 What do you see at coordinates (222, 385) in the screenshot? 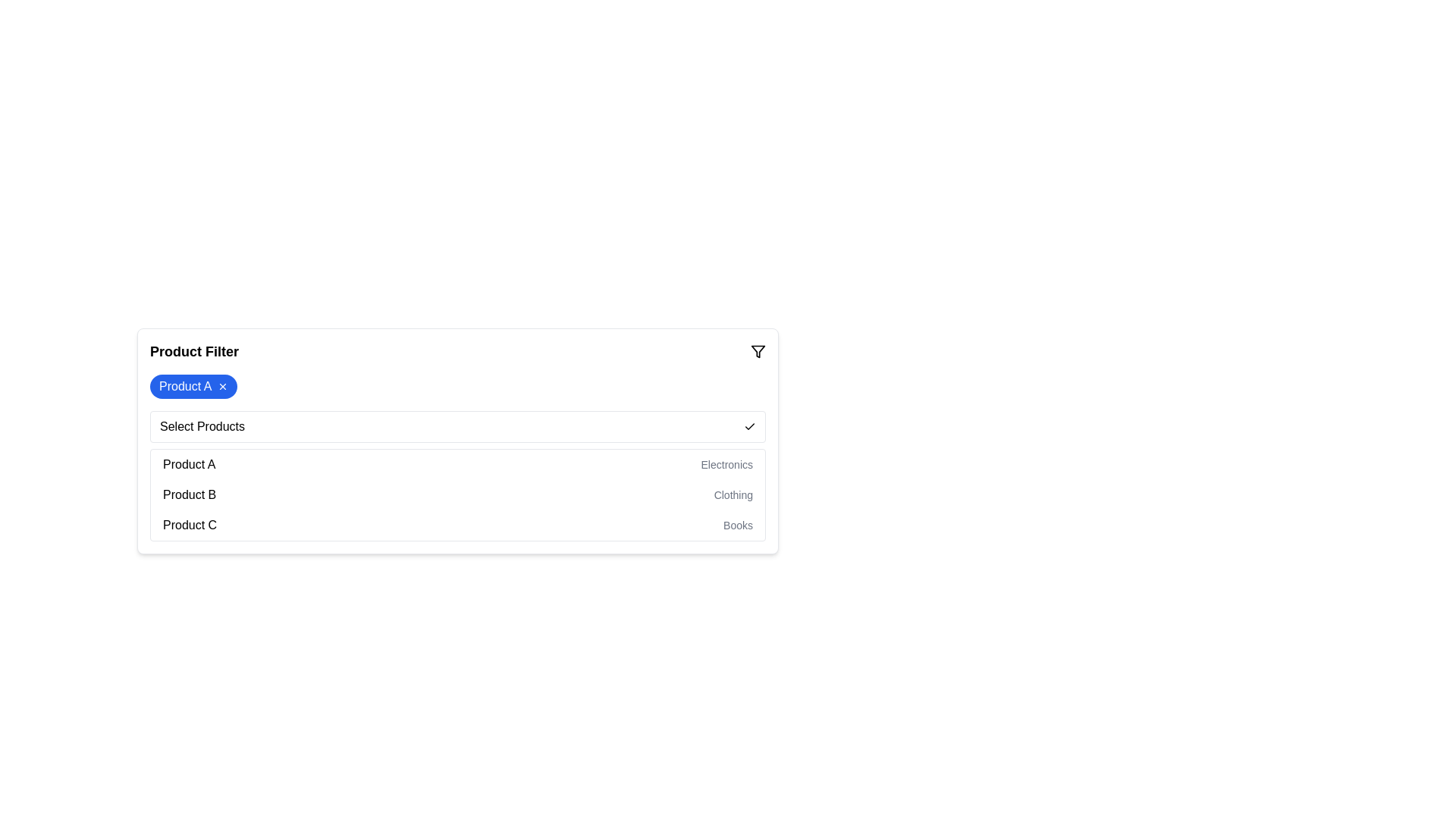
I see `the dismissal button located on the far-right side of the blue label displaying 'Product A'` at bounding box center [222, 385].